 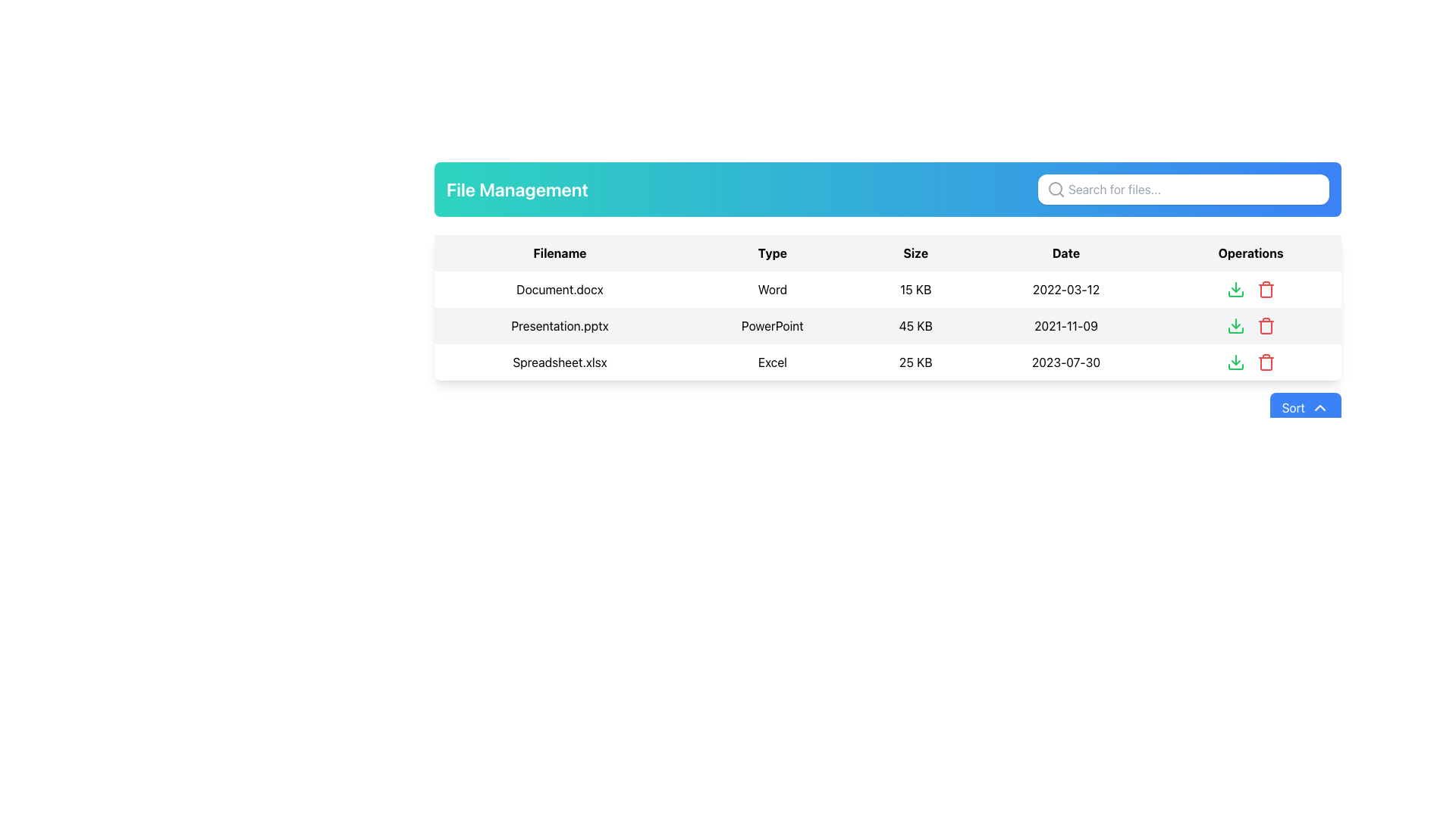 What do you see at coordinates (915, 289) in the screenshot?
I see `the static text element that indicates the file size of the item in the first row of the 'File Management' table, located in the third column labeled 'Size', adjacent to 'Document.docx' and 'Word'` at bounding box center [915, 289].